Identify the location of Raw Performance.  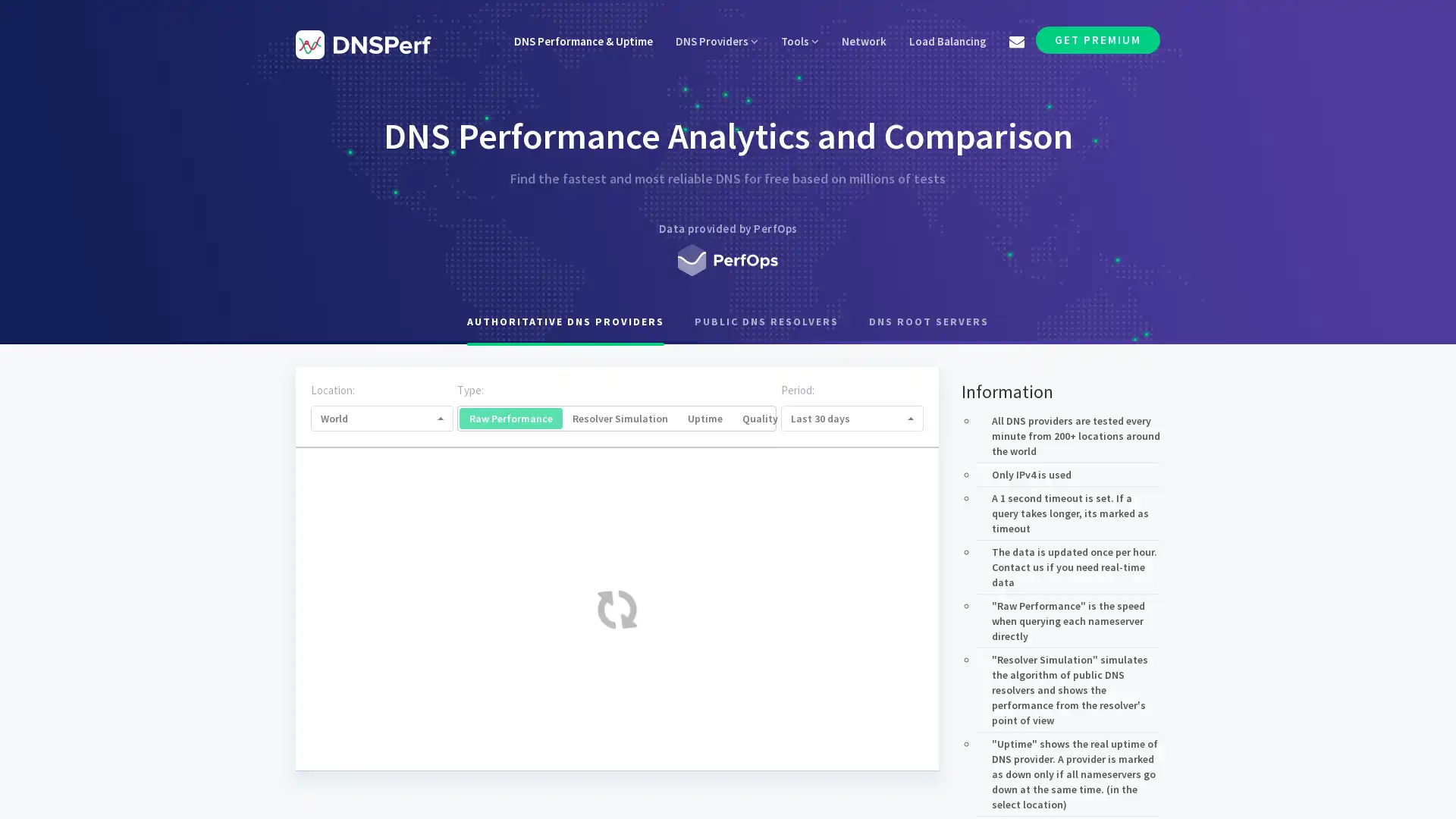
(510, 418).